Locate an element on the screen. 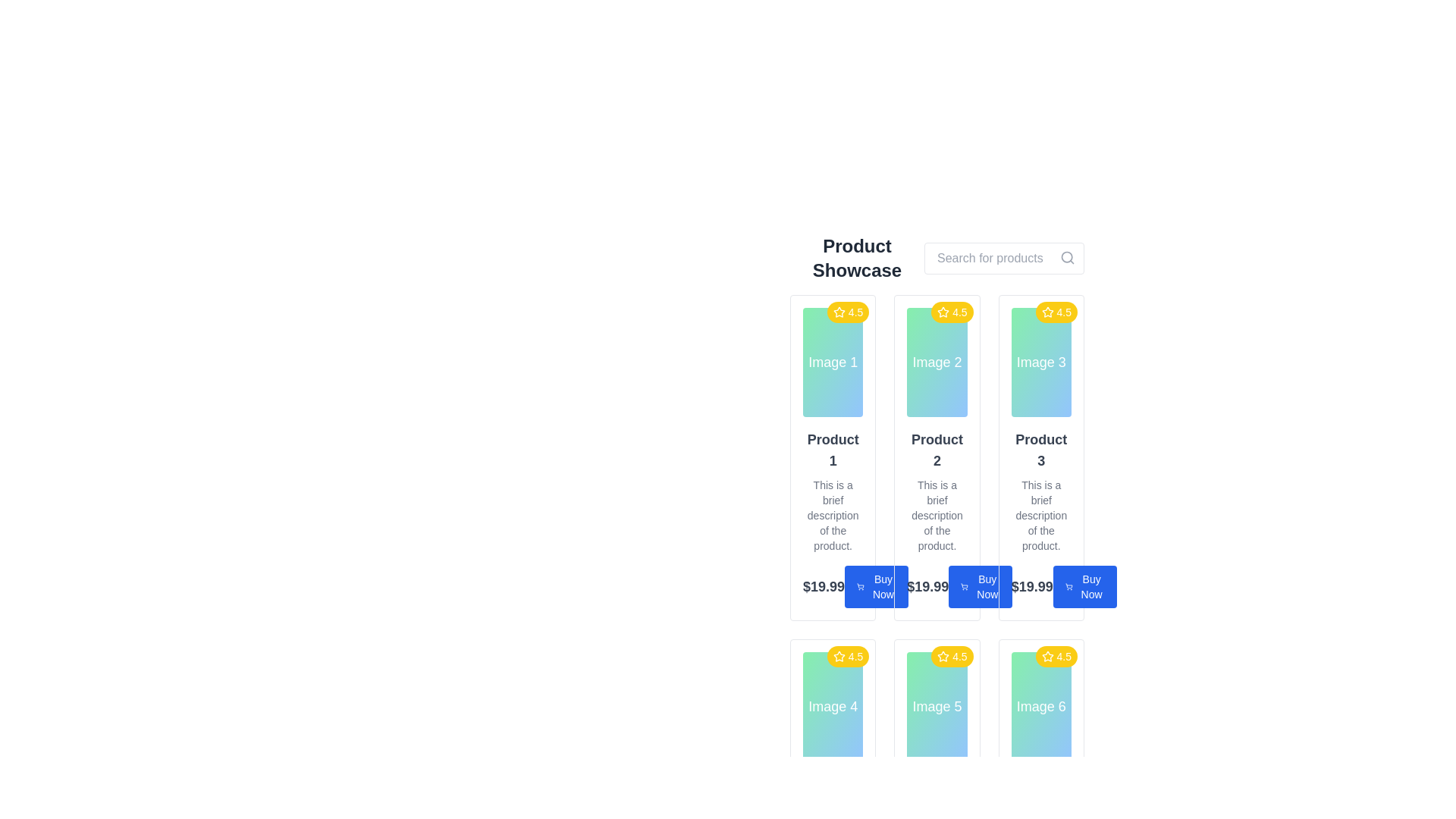 The image size is (1456, 819). the rating star icon located in the rating section of the first product card, positioned above the product title and image is located at coordinates (838, 311).